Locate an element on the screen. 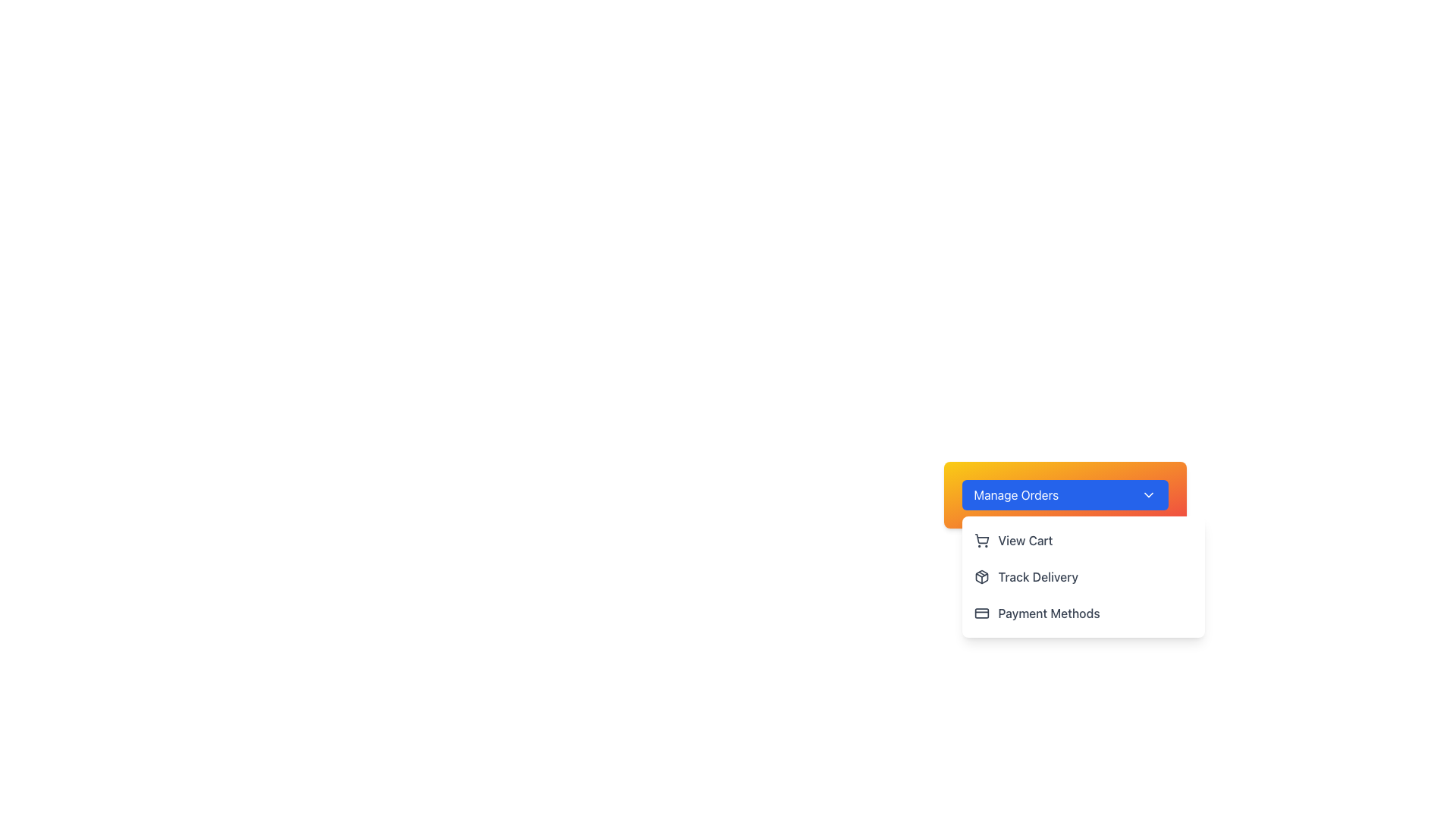 The image size is (1456, 819). the 'Payment Methods' menu item, which is represented by a credit card icon and is the last option in the 'Manage Orders' dropdown menu is located at coordinates (1082, 613).